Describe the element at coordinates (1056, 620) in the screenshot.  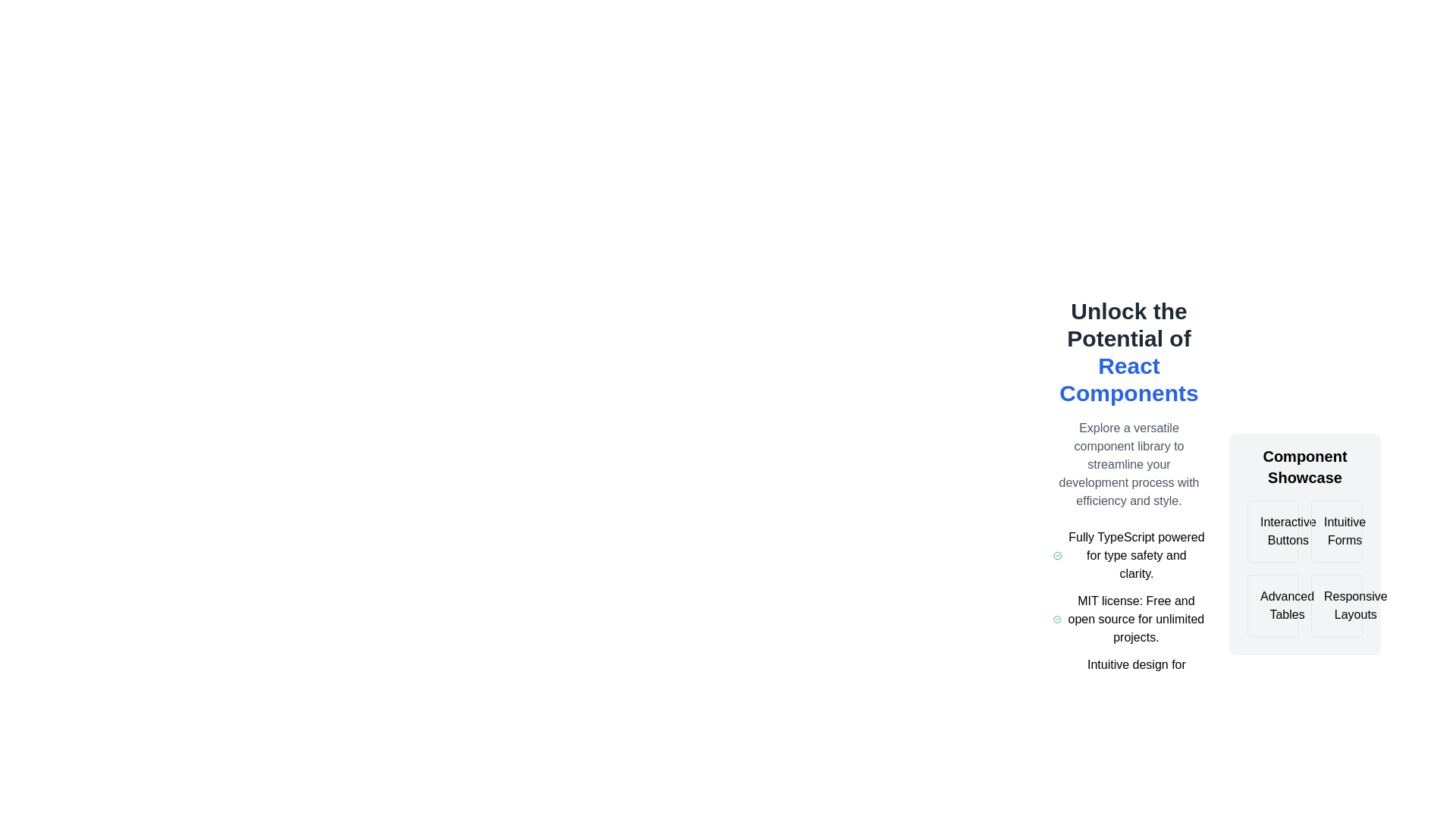
I see `the first circular icon with a green stroke styled as a checkmark, which indicates a successful action, located near the text 'MIT license: Free and open source for unlimited projects.'` at that location.